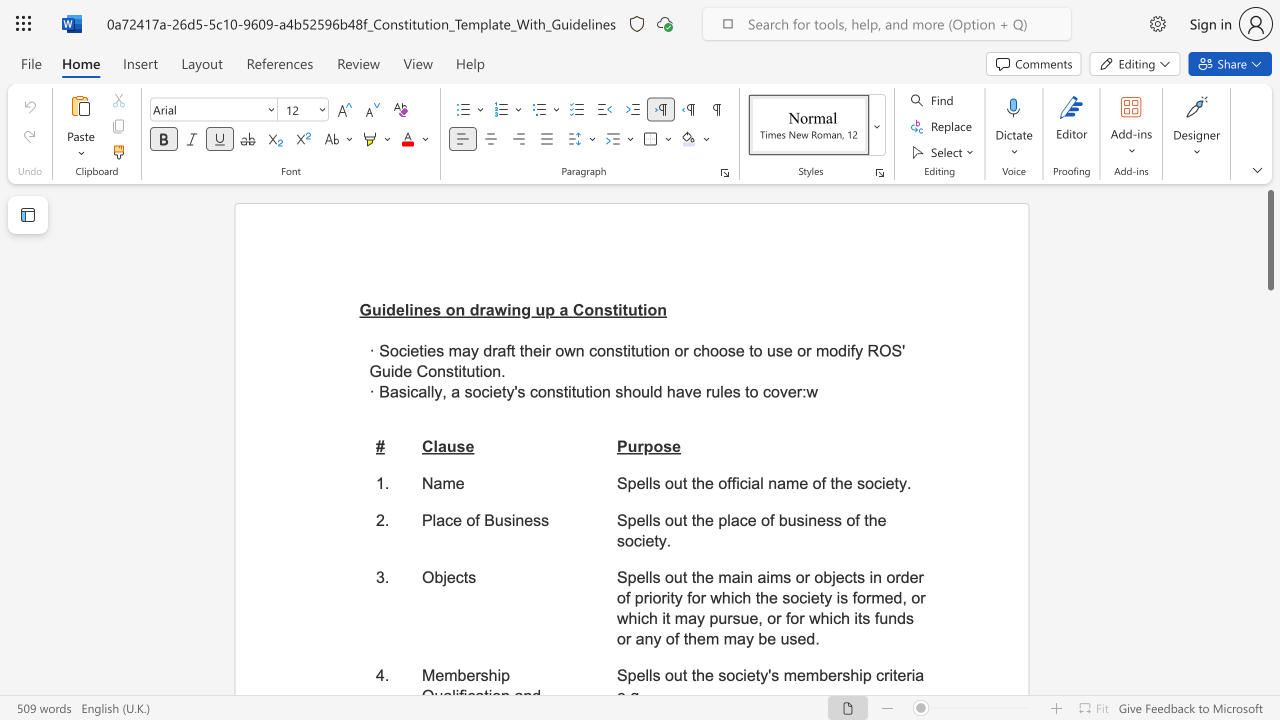 This screenshot has width=1280, height=720. I want to click on the scrollbar to scroll the page down, so click(1269, 670).